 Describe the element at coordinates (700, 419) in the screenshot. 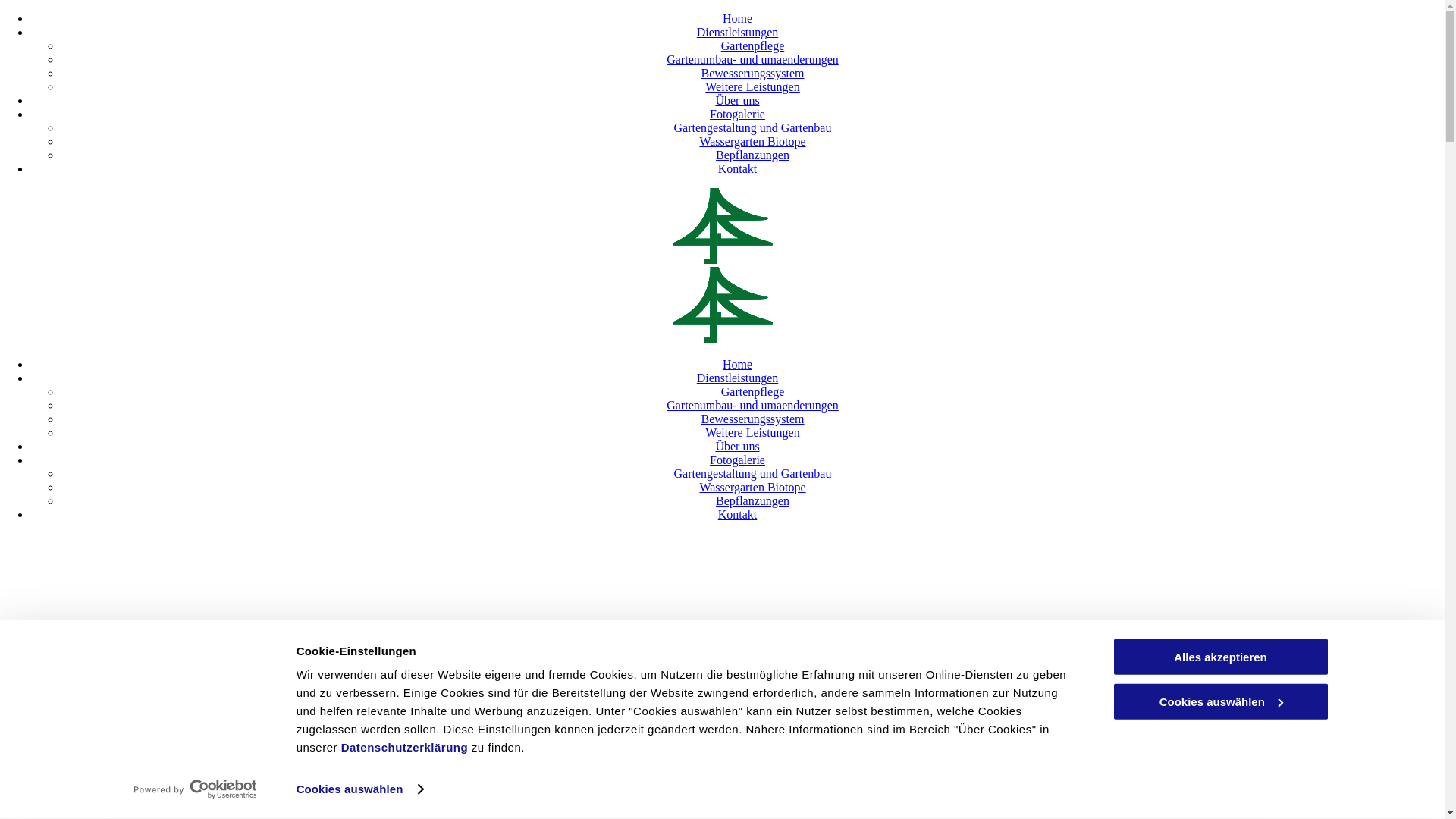

I see `'Bewesserungssystem'` at that location.